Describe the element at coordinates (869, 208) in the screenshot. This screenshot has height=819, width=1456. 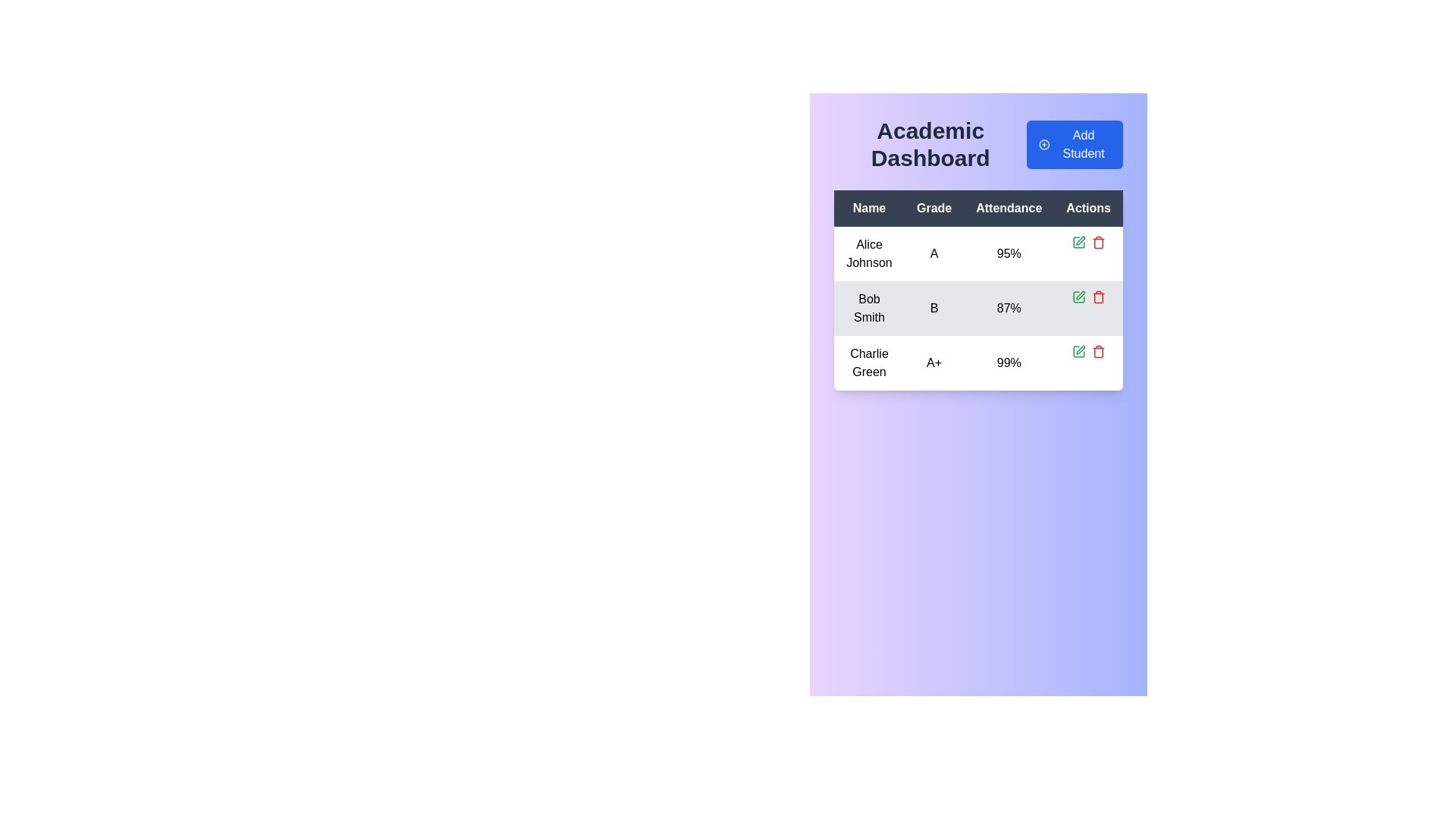
I see `text displayed in the 'Name' table header, which is styled in bold white font on a dark blue background, located at the far left of the table headers` at that location.